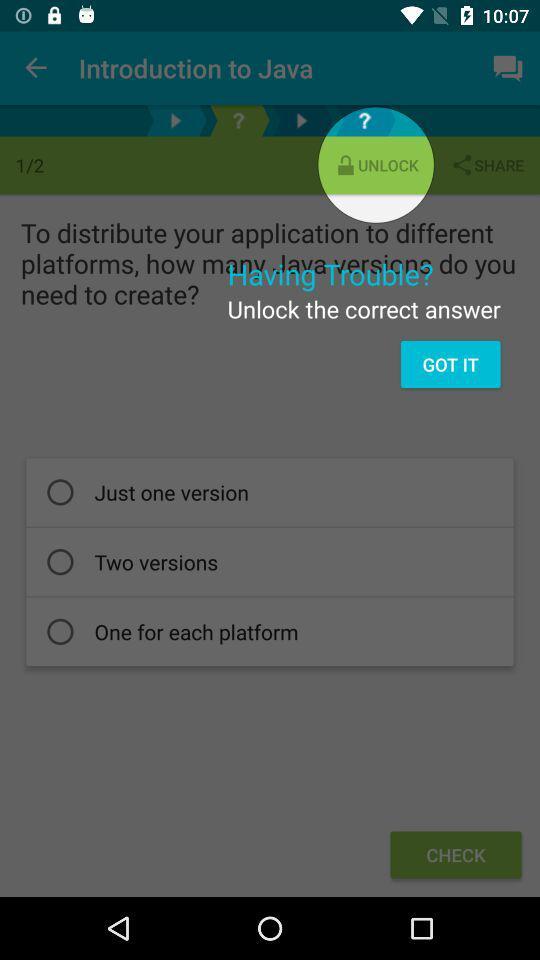 This screenshot has width=540, height=960. Describe the element at coordinates (175, 120) in the screenshot. I see `this button` at that location.